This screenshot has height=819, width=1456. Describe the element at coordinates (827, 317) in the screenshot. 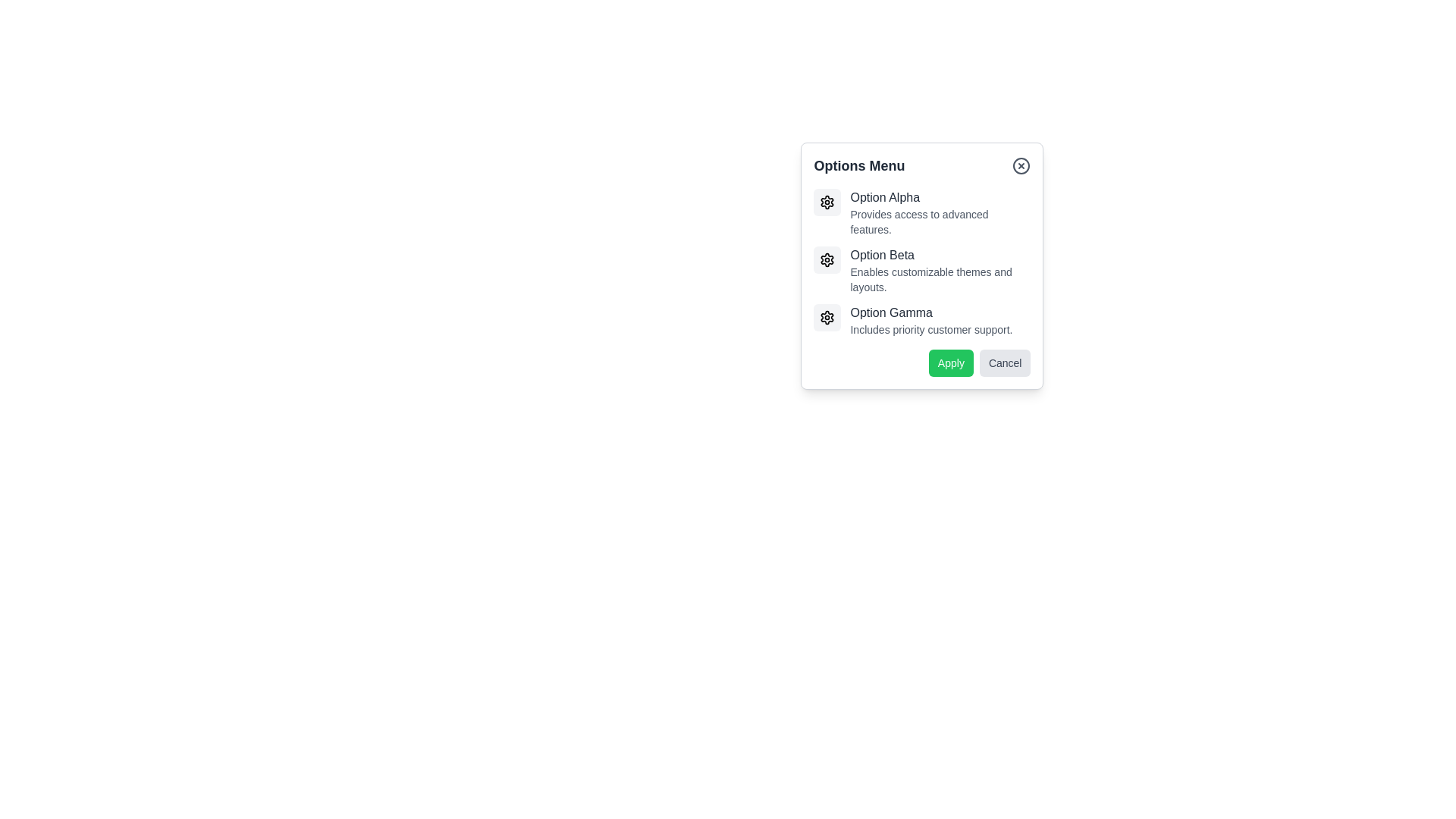

I see `the settings gear icon with a light gray rounded background, located to the left of the 'Option Gamma' label in a vertical list within a modal window` at that location.